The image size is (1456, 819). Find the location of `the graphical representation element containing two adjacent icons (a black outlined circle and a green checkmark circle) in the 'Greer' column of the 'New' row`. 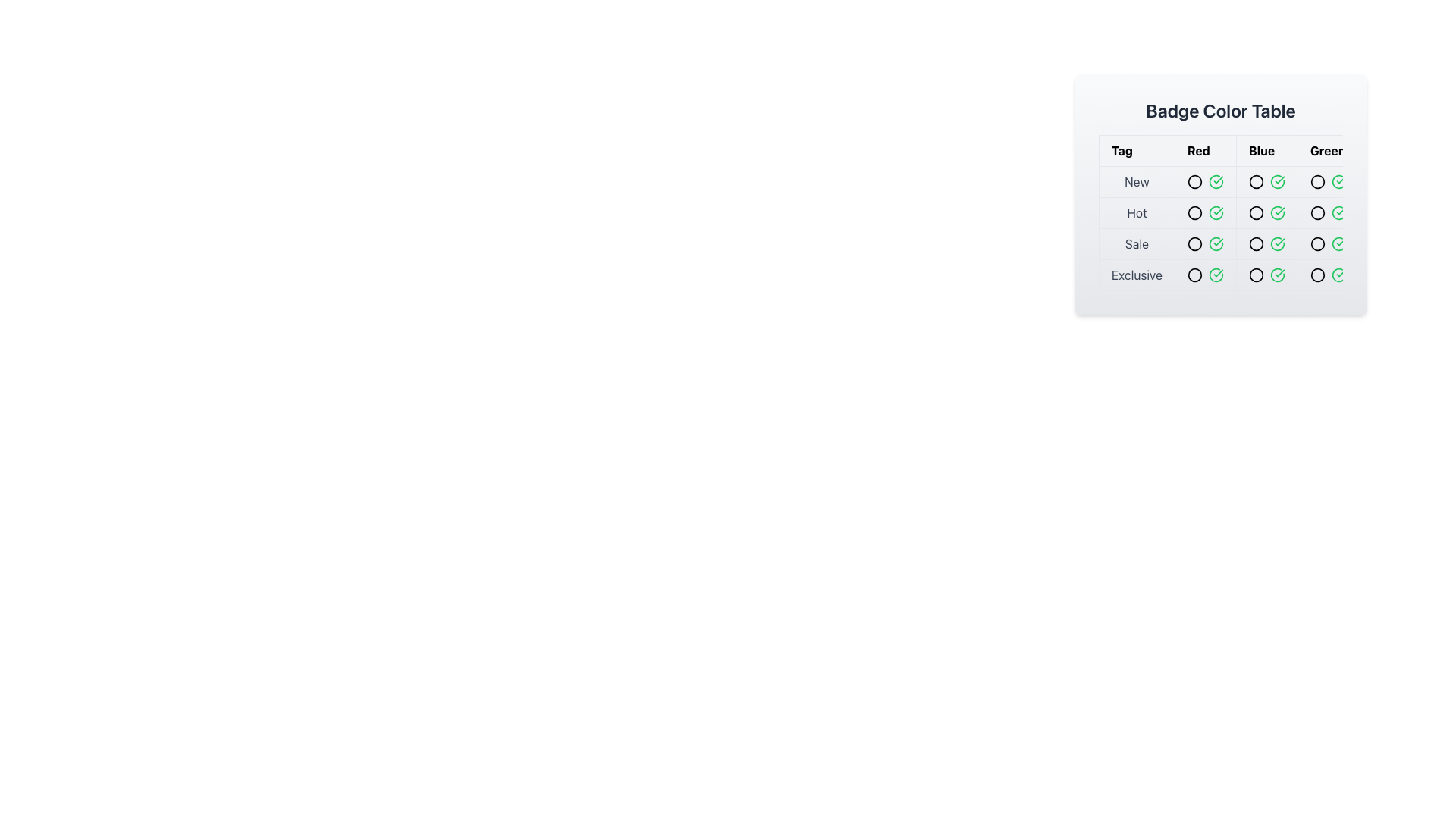

the graphical representation element containing two adjacent icons (a black outlined circle and a green checkmark circle) in the 'Greer' column of the 'New' row is located at coordinates (1327, 180).